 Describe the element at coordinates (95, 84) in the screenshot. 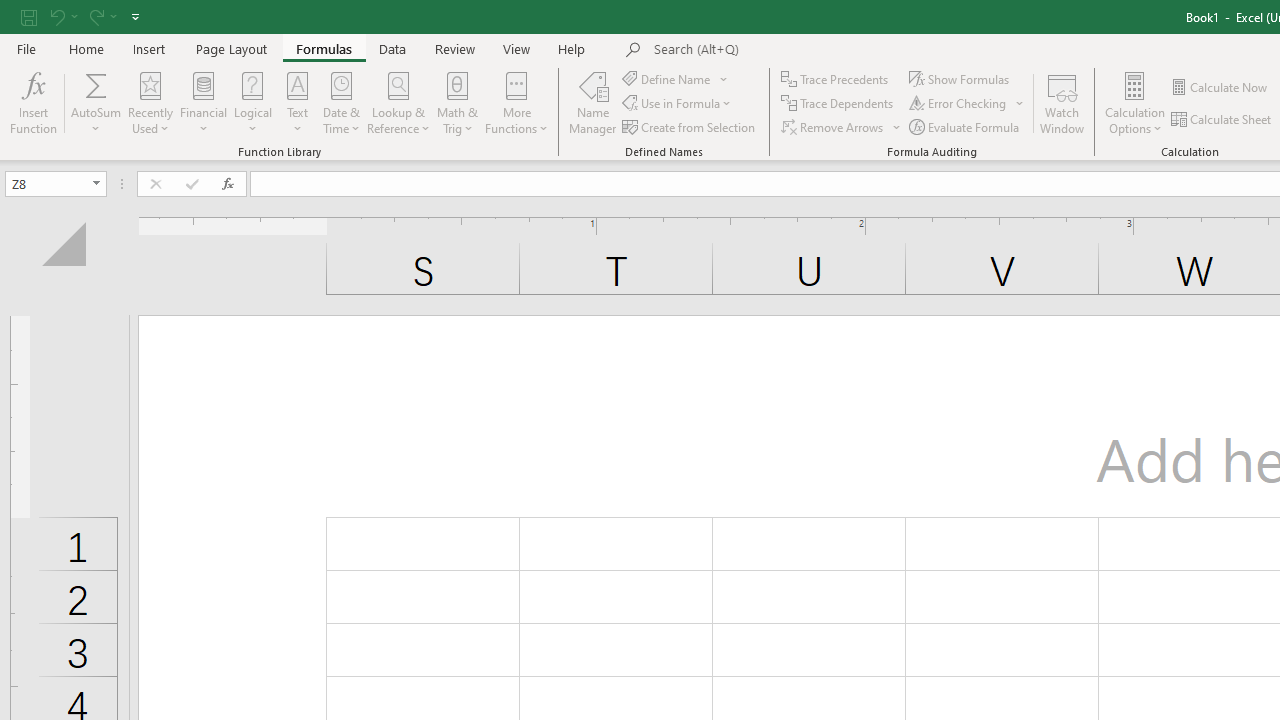

I see `'Sum'` at that location.